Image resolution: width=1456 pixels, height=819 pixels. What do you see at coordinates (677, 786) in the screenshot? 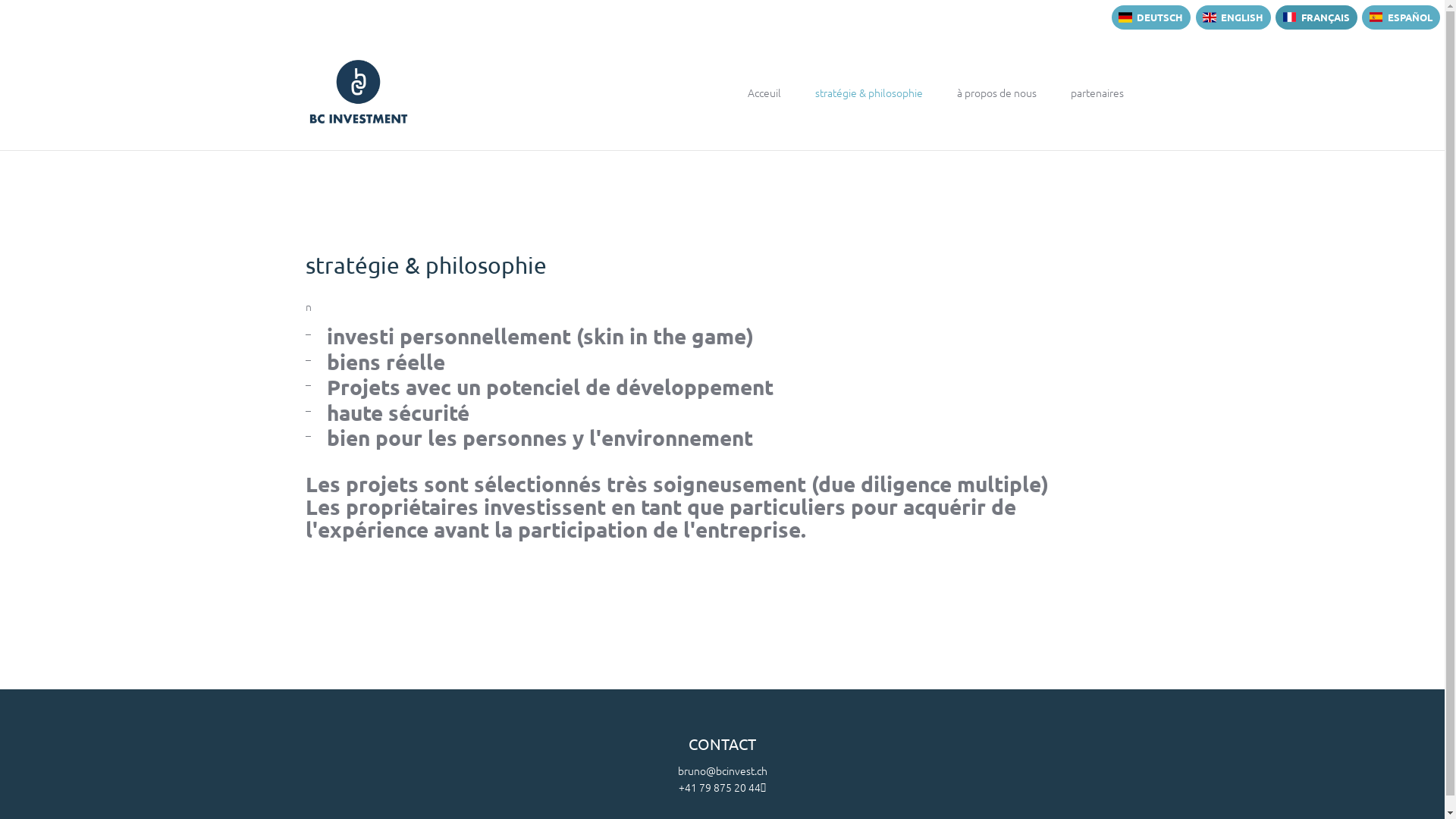
I see `'+41 79 875 20 44'` at bounding box center [677, 786].